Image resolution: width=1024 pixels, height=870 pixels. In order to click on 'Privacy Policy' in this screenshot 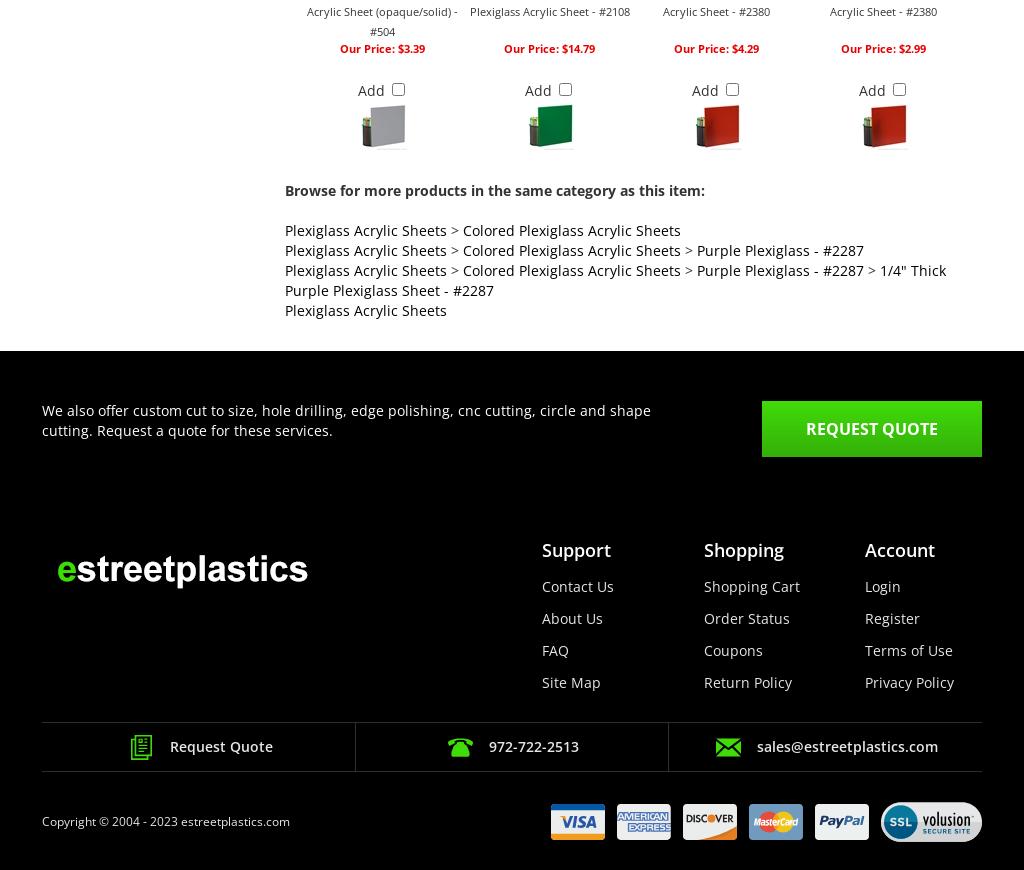, I will do `click(908, 682)`.